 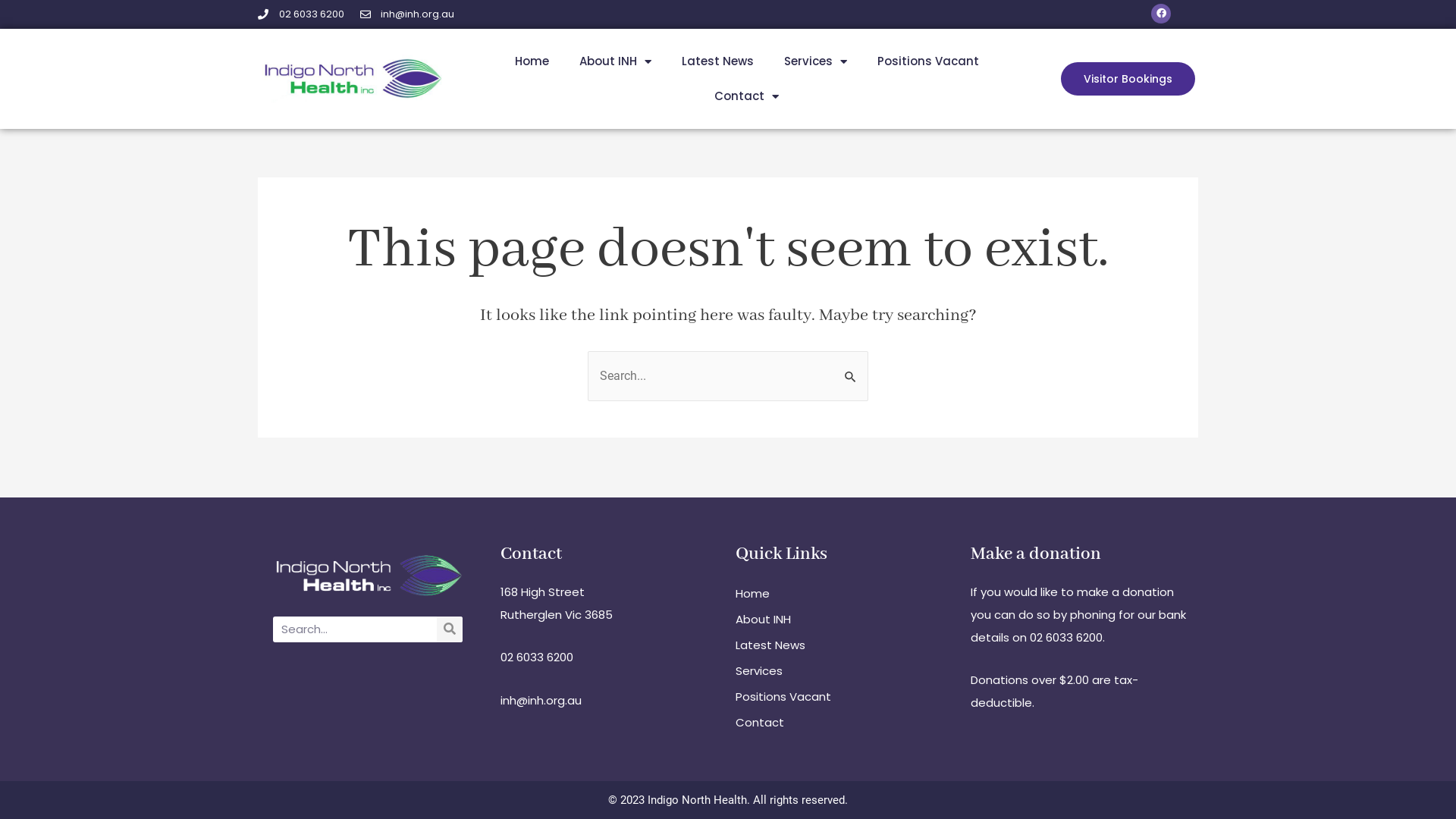 What do you see at coordinates (851, 366) in the screenshot?
I see `'Search'` at bounding box center [851, 366].